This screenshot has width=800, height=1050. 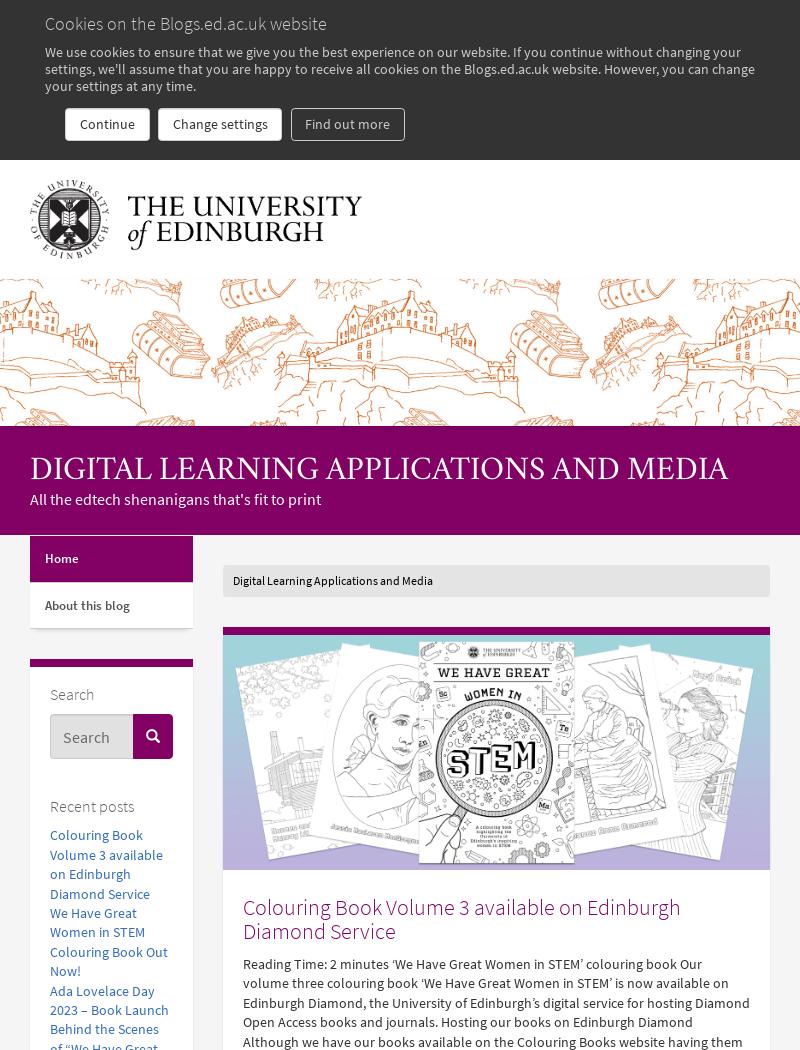 What do you see at coordinates (363, 962) in the screenshot?
I see `'minutes'` at bounding box center [363, 962].